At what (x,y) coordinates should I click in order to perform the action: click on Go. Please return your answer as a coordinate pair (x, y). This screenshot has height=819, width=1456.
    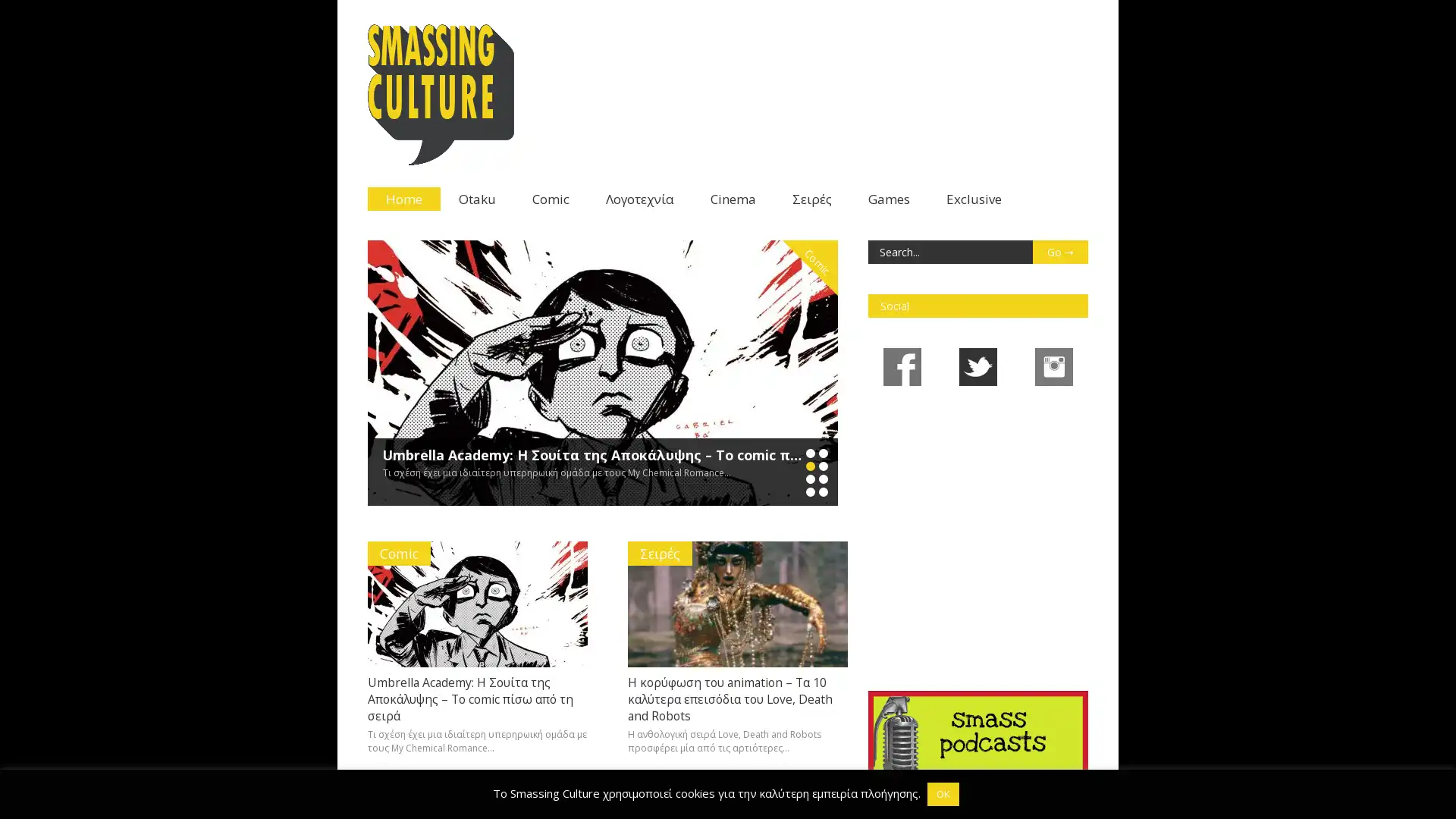
    Looking at the image, I should click on (1059, 251).